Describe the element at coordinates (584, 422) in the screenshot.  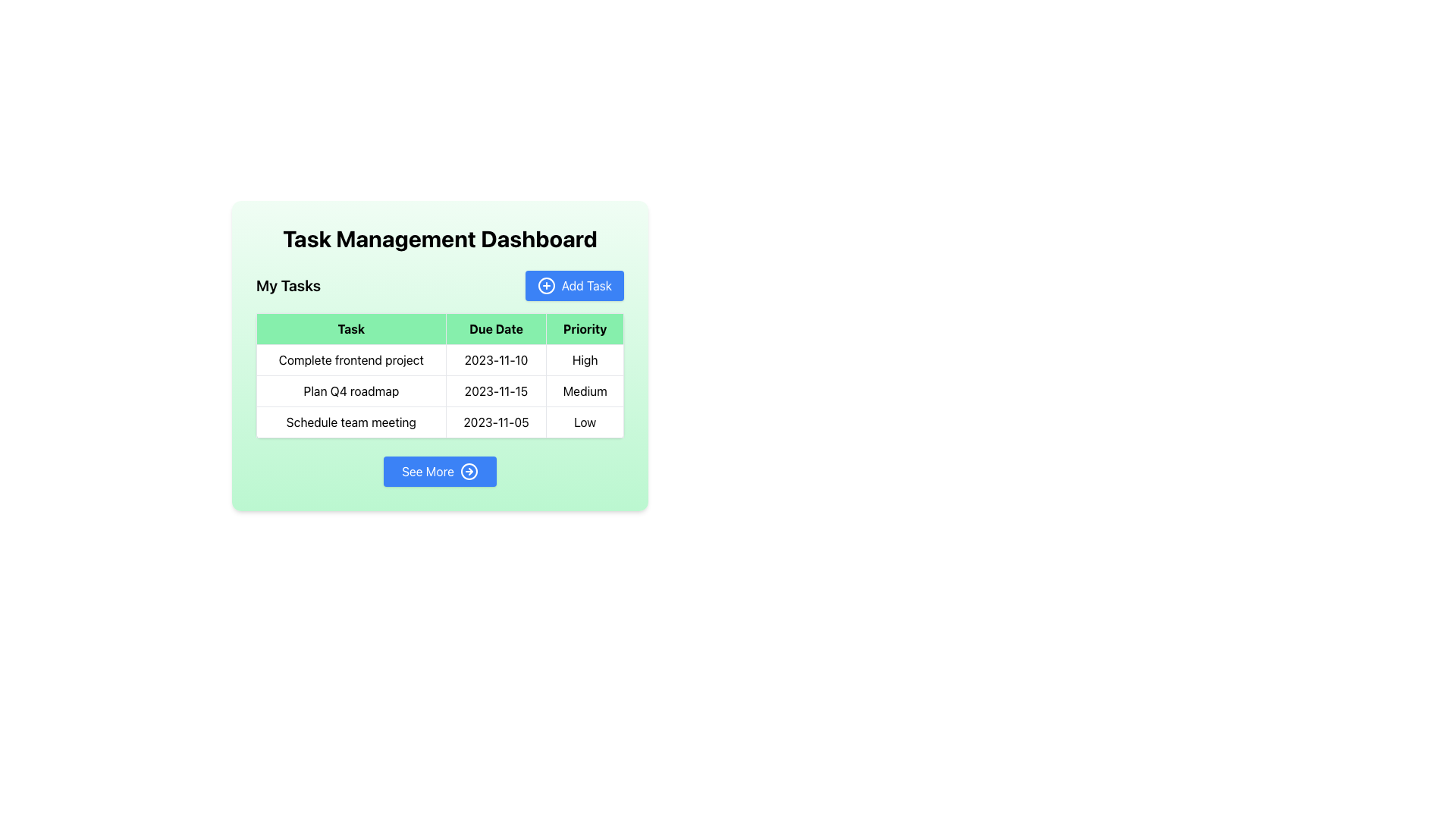
I see `the static text label indicating the priority level of the task 'Schedule team meeting', which is set to 'Low', located in the 'Priority' column of the table in the third row` at that location.